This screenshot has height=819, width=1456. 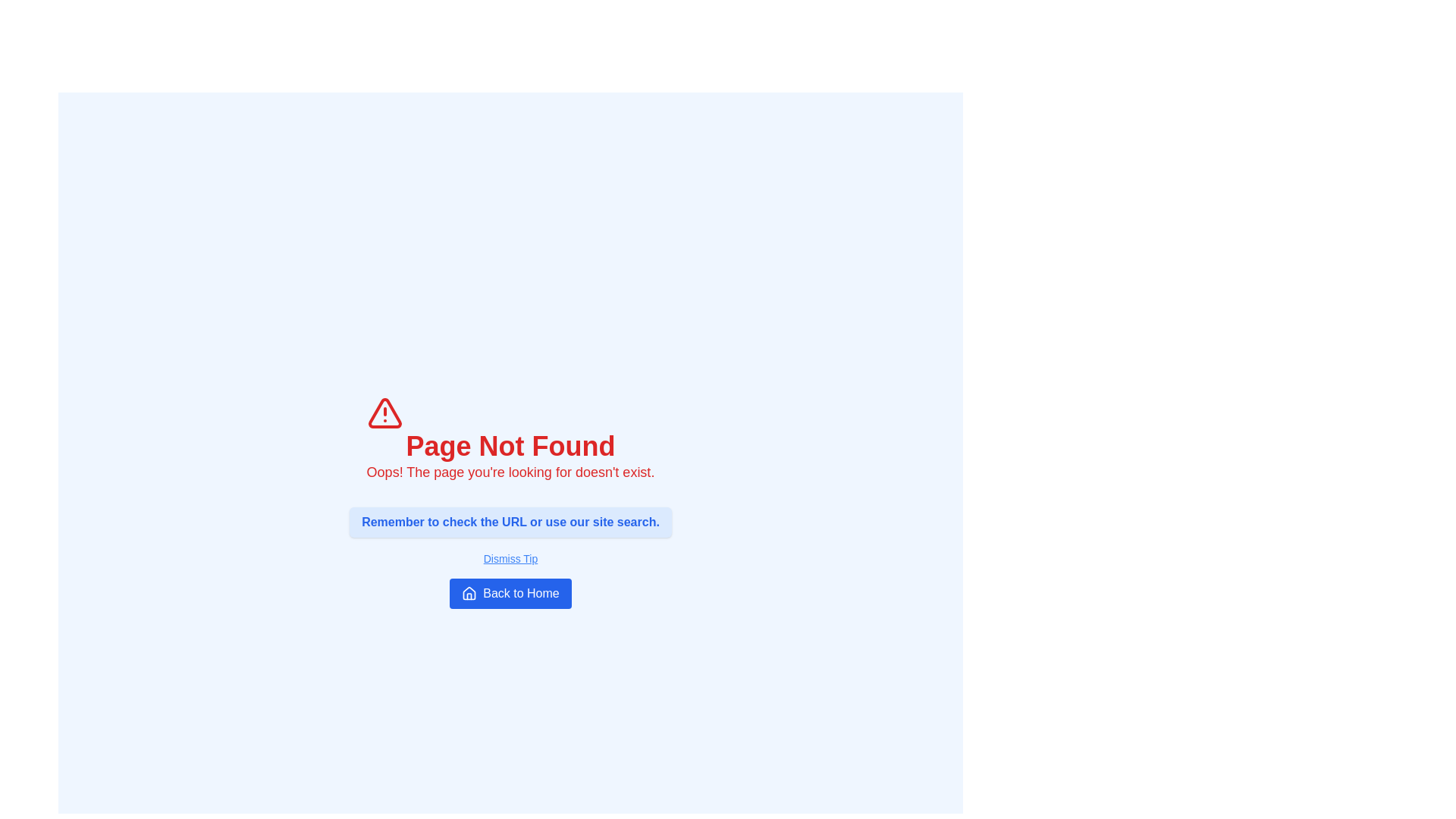 What do you see at coordinates (510, 472) in the screenshot?
I see `the text label that reads 'Oops! The page you're looking for doesn't exist.' which is styled in bright red and positioned below the headline 'Page Not Found'` at bounding box center [510, 472].